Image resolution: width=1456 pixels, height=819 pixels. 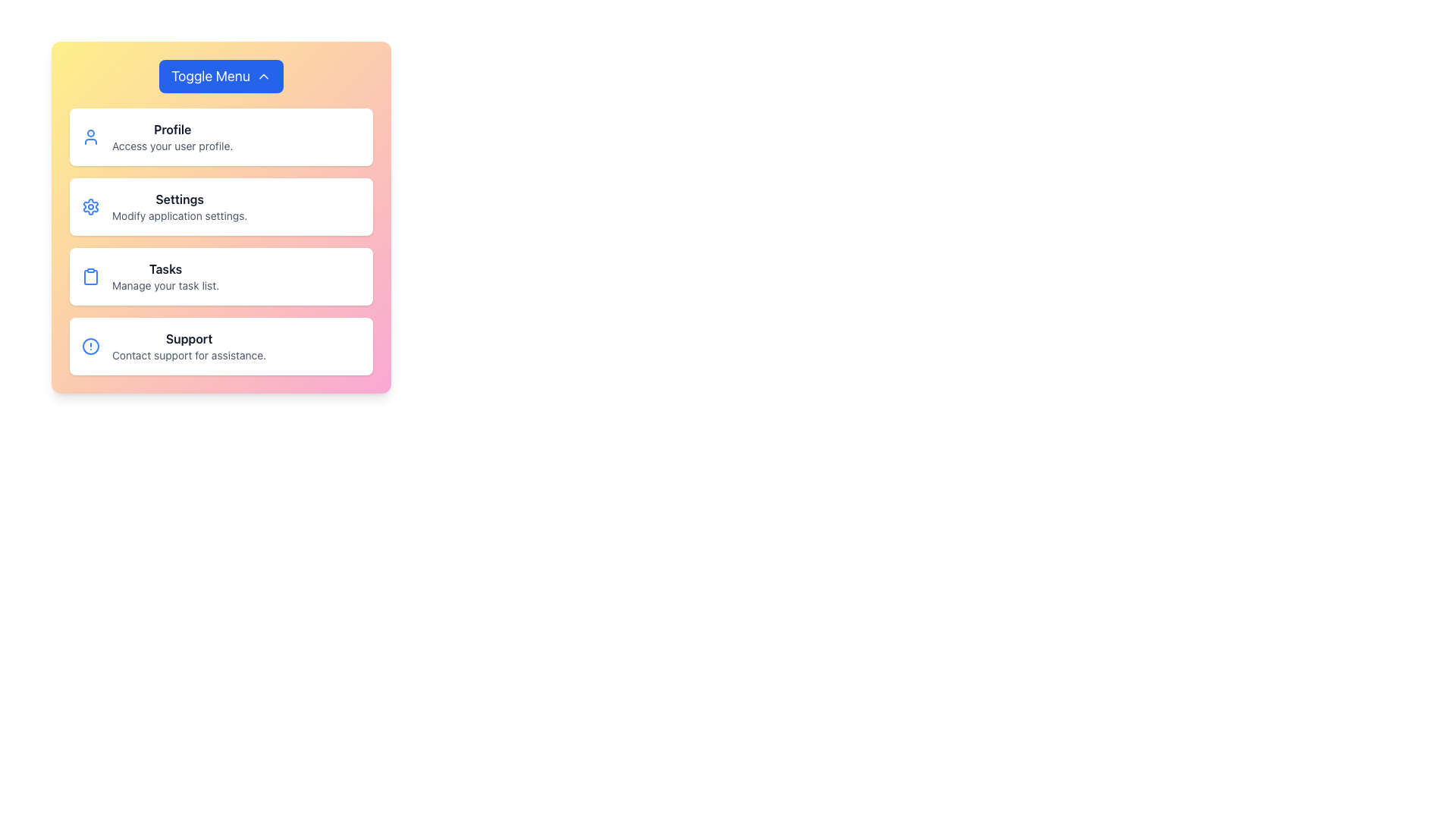 I want to click on the Text Label indicating the title of the menu option for accessing the user profile section, which is aligned above the descriptive text 'Access your user profile.' and to the right of a user icon, so click(x=172, y=128).